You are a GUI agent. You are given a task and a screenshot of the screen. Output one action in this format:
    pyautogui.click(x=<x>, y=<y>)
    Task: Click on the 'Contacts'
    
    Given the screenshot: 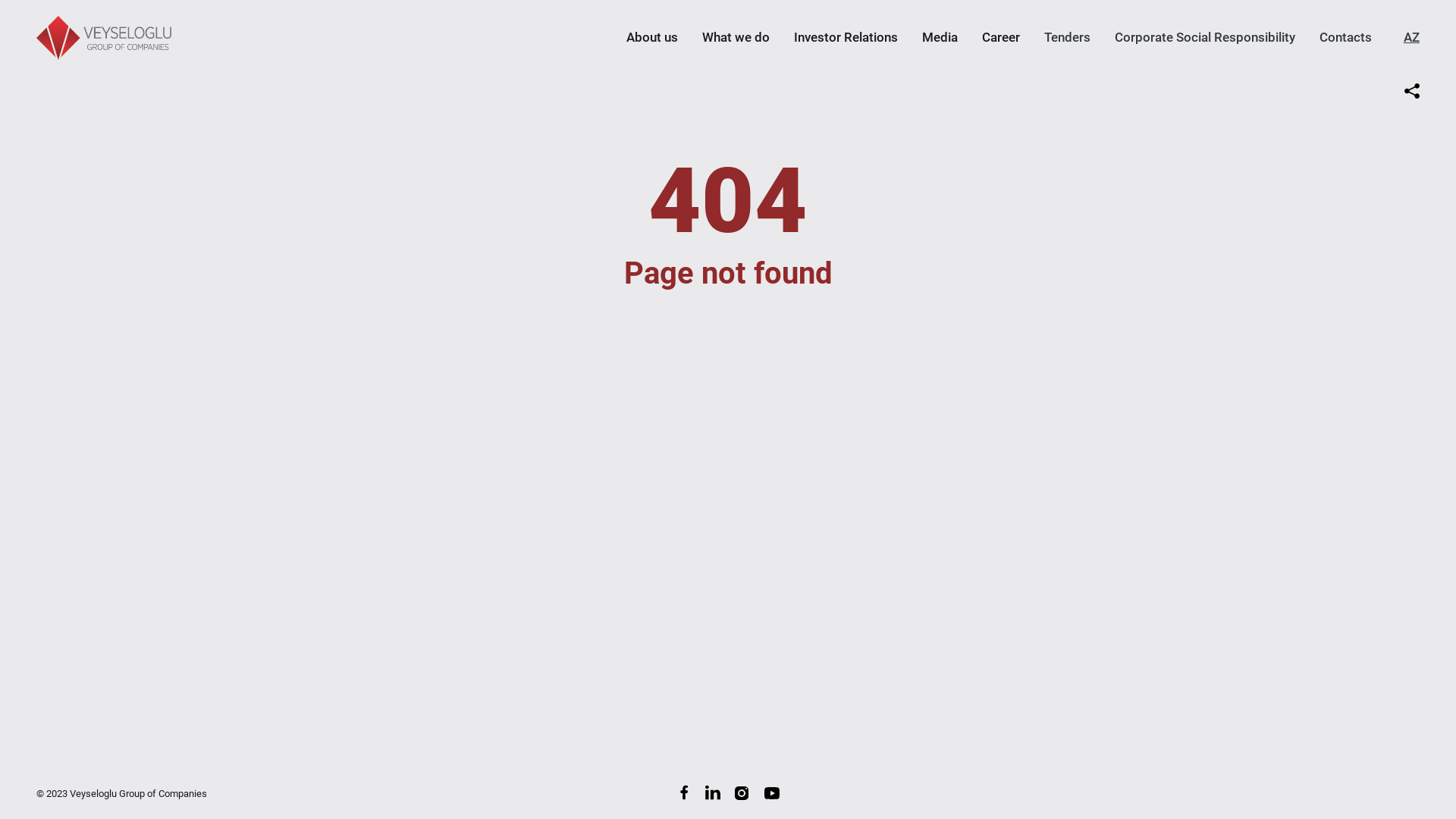 What is the action you would take?
    pyautogui.click(x=1318, y=36)
    